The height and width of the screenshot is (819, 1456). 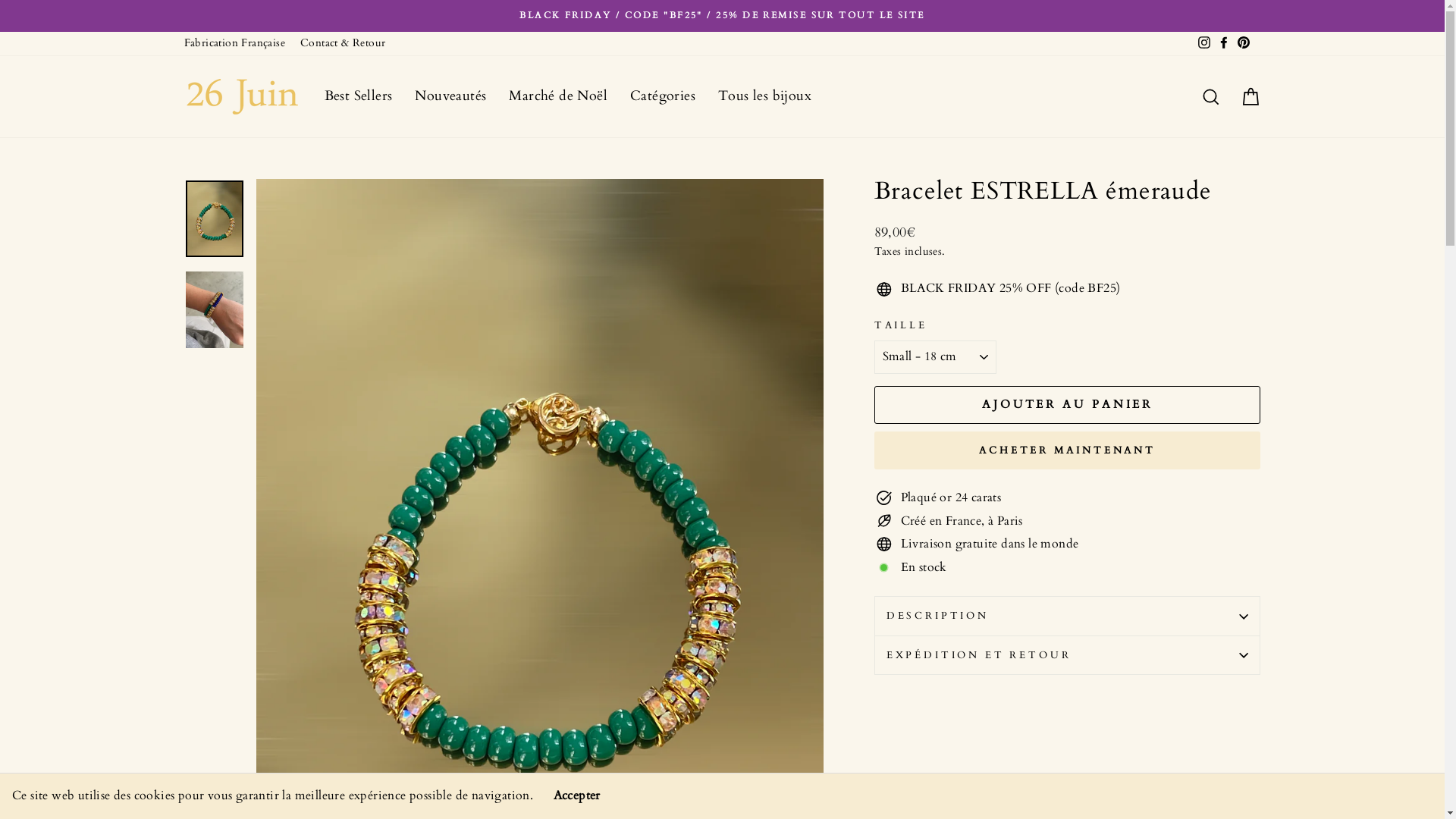 What do you see at coordinates (1242, 42) in the screenshot?
I see `'Pinterest'` at bounding box center [1242, 42].